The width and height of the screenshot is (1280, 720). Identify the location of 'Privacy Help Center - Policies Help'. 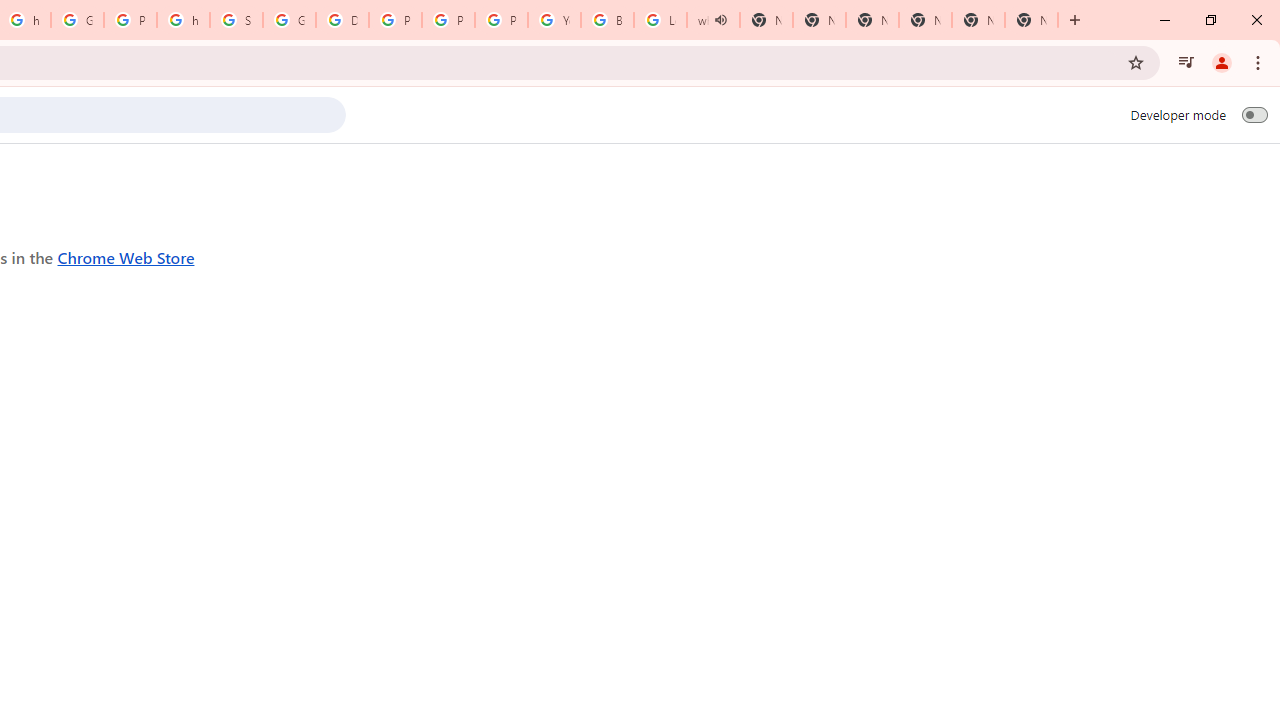
(447, 20).